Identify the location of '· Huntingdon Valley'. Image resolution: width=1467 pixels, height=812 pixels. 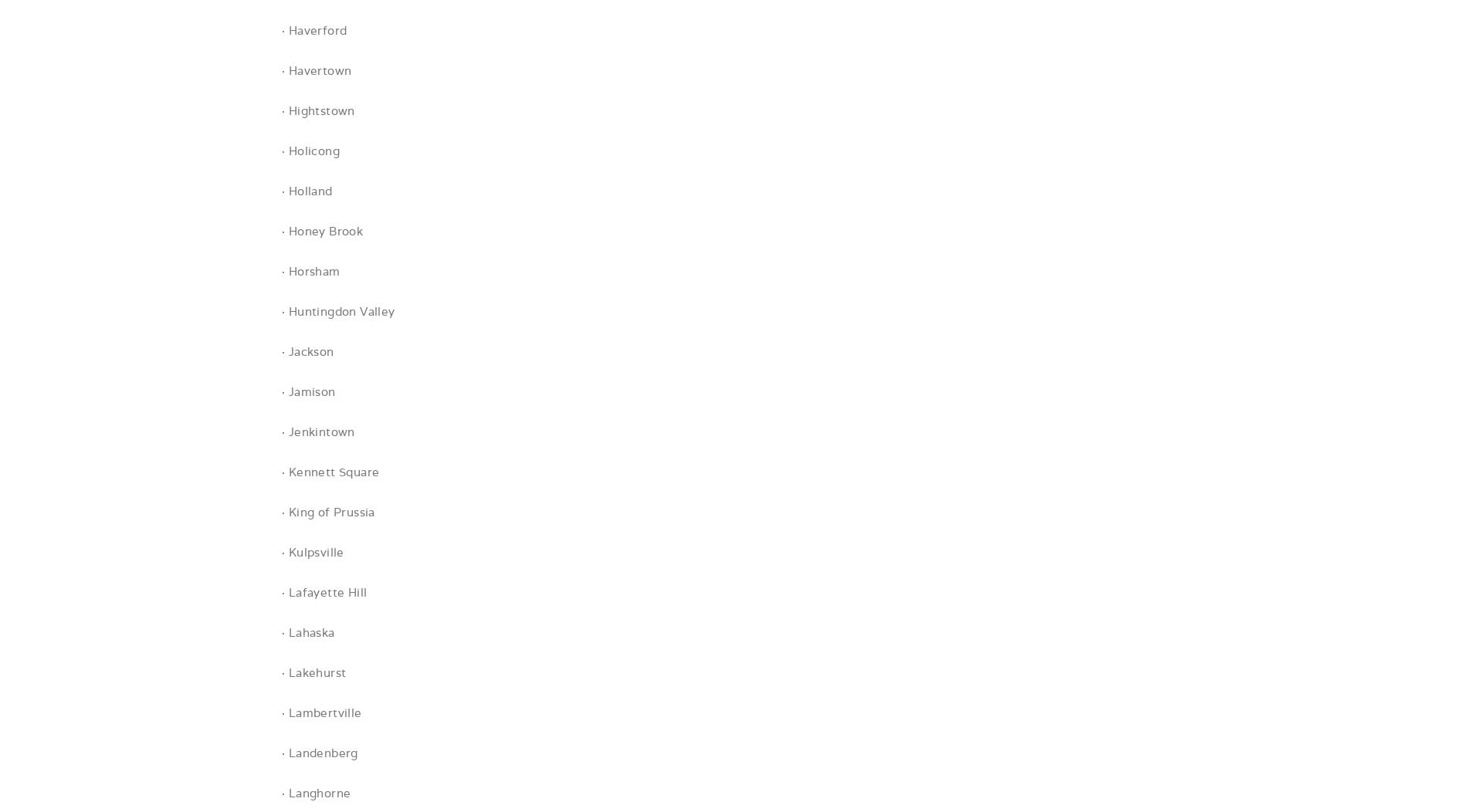
(337, 310).